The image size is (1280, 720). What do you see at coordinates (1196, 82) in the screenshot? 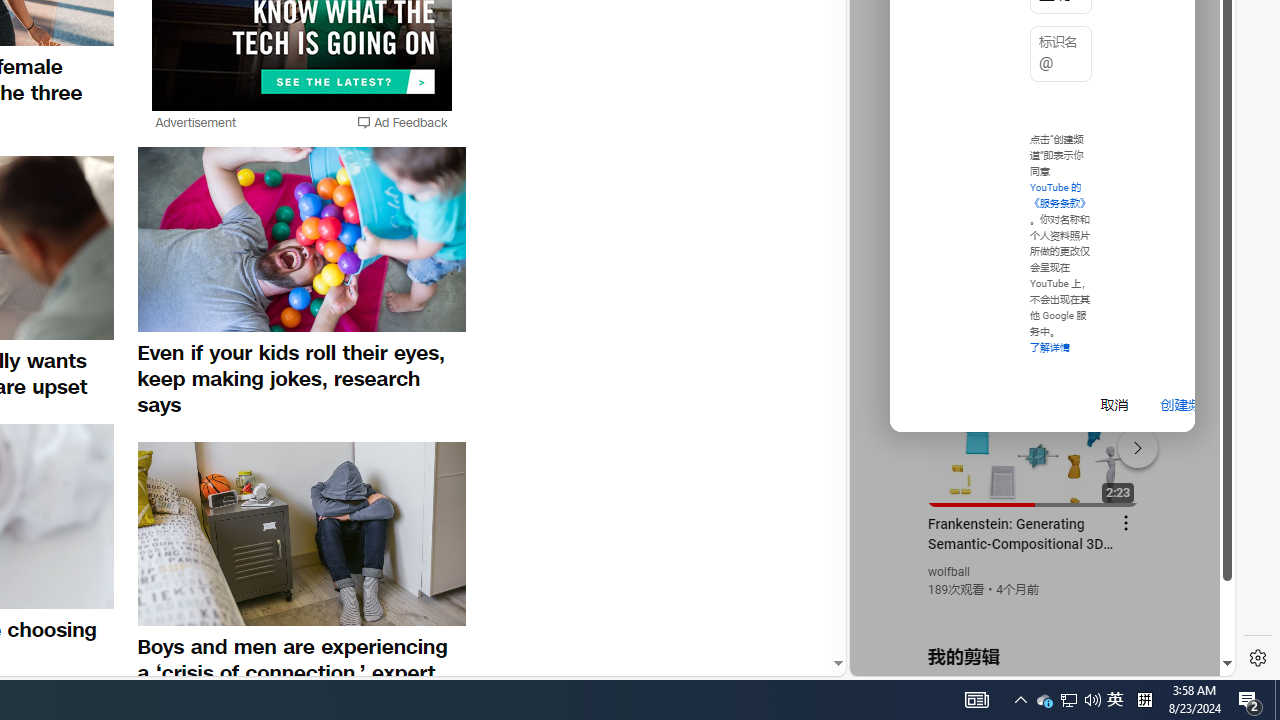
I see `'Click to scroll right'` at bounding box center [1196, 82].